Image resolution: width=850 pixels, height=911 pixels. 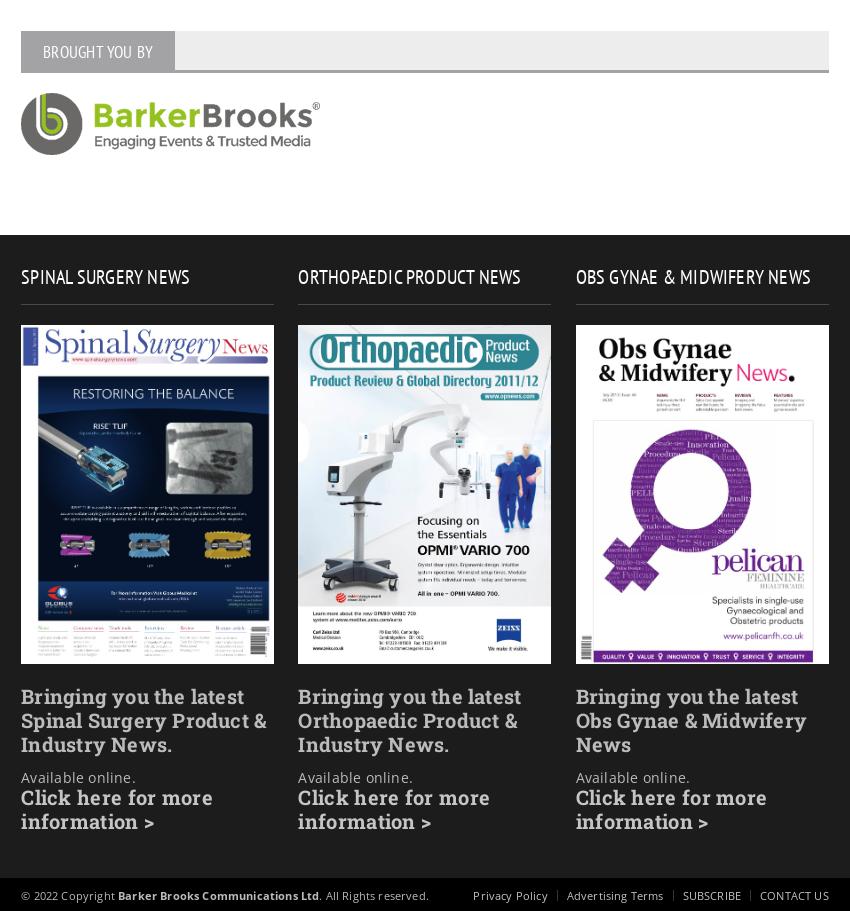 What do you see at coordinates (689, 719) in the screenshot?
I see `'Bringing you the latest Obs Gynae & Midwifery News'` at bounding box center [689, 719].